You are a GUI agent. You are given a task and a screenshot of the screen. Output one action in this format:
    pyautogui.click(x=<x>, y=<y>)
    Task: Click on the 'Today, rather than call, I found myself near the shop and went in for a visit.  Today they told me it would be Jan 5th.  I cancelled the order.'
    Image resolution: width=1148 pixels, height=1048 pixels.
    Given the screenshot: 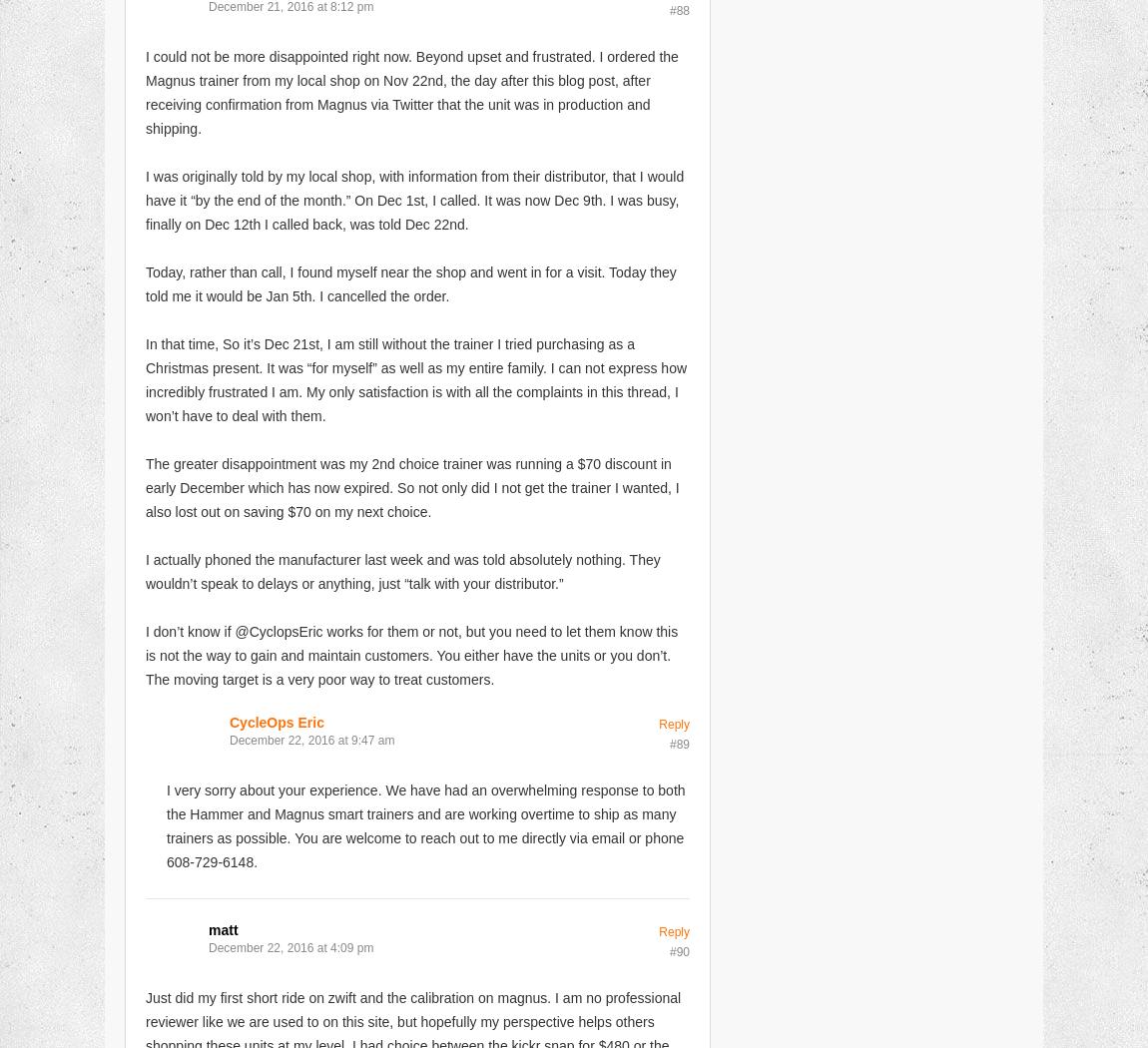 What is the action you would take?
    pyautogui.click(x=410, y=282)
    